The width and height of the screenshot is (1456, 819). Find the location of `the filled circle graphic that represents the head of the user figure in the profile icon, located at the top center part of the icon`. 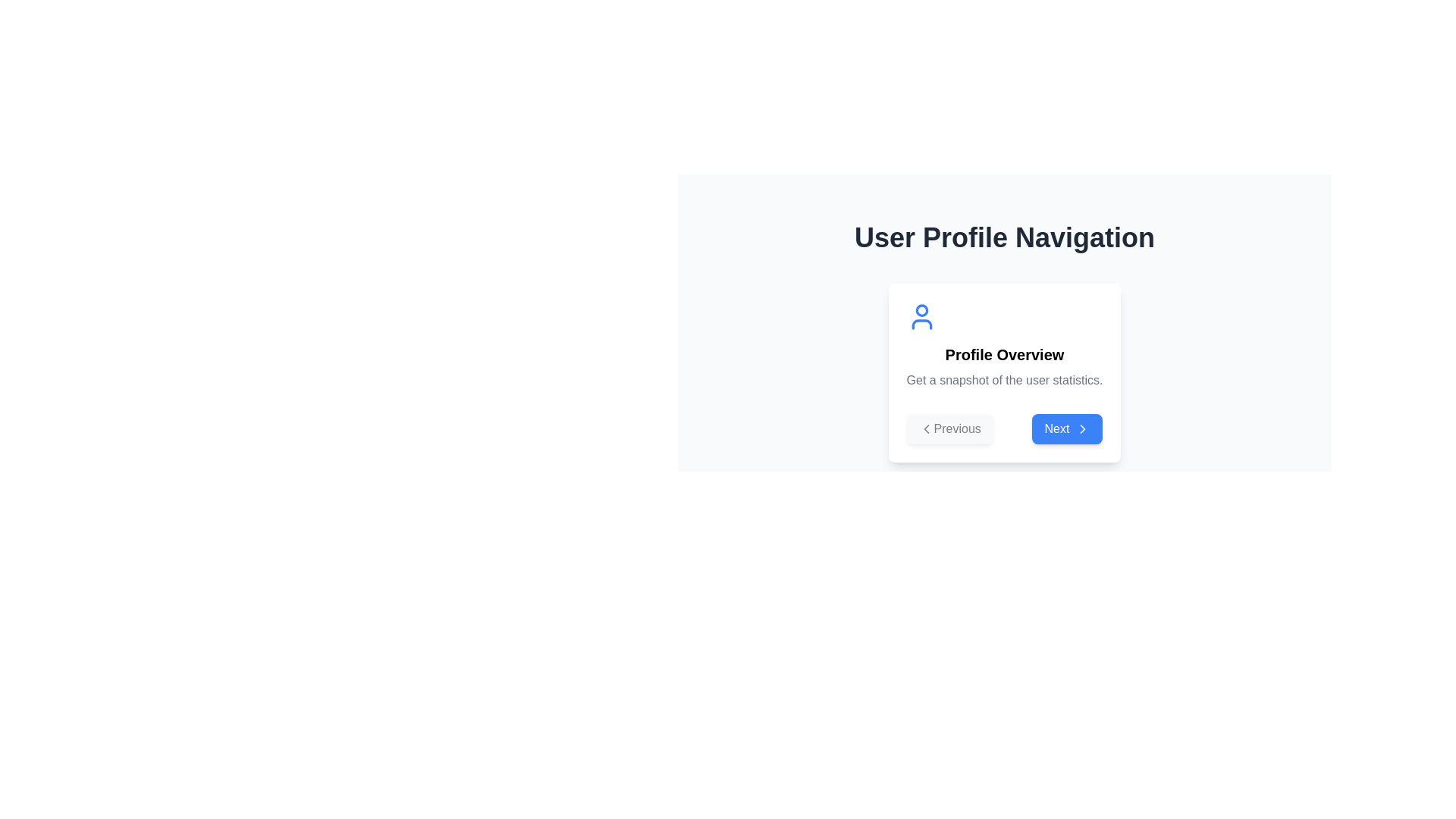

the filled circle graphic that represents the head of the user figure in the profile icon, located at the top center part of the icon is located at coordinates (921, 309).